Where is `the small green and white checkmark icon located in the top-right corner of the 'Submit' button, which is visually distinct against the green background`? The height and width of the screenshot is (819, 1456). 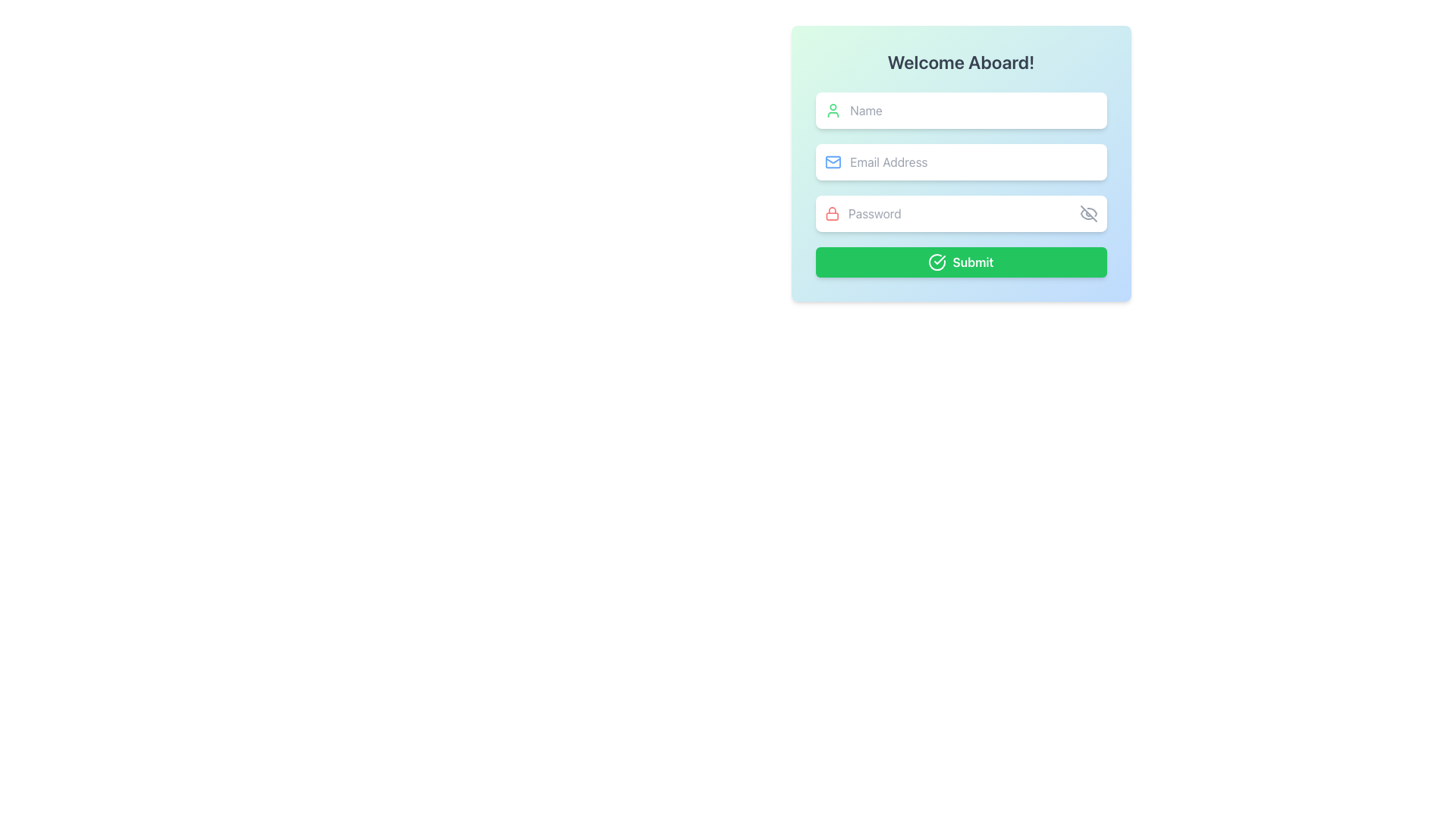
the small green and white checkmark icon located in the top-right corner of the 'Submit' button, which is visually distinct against the green background is located at coordinates (939, 259).